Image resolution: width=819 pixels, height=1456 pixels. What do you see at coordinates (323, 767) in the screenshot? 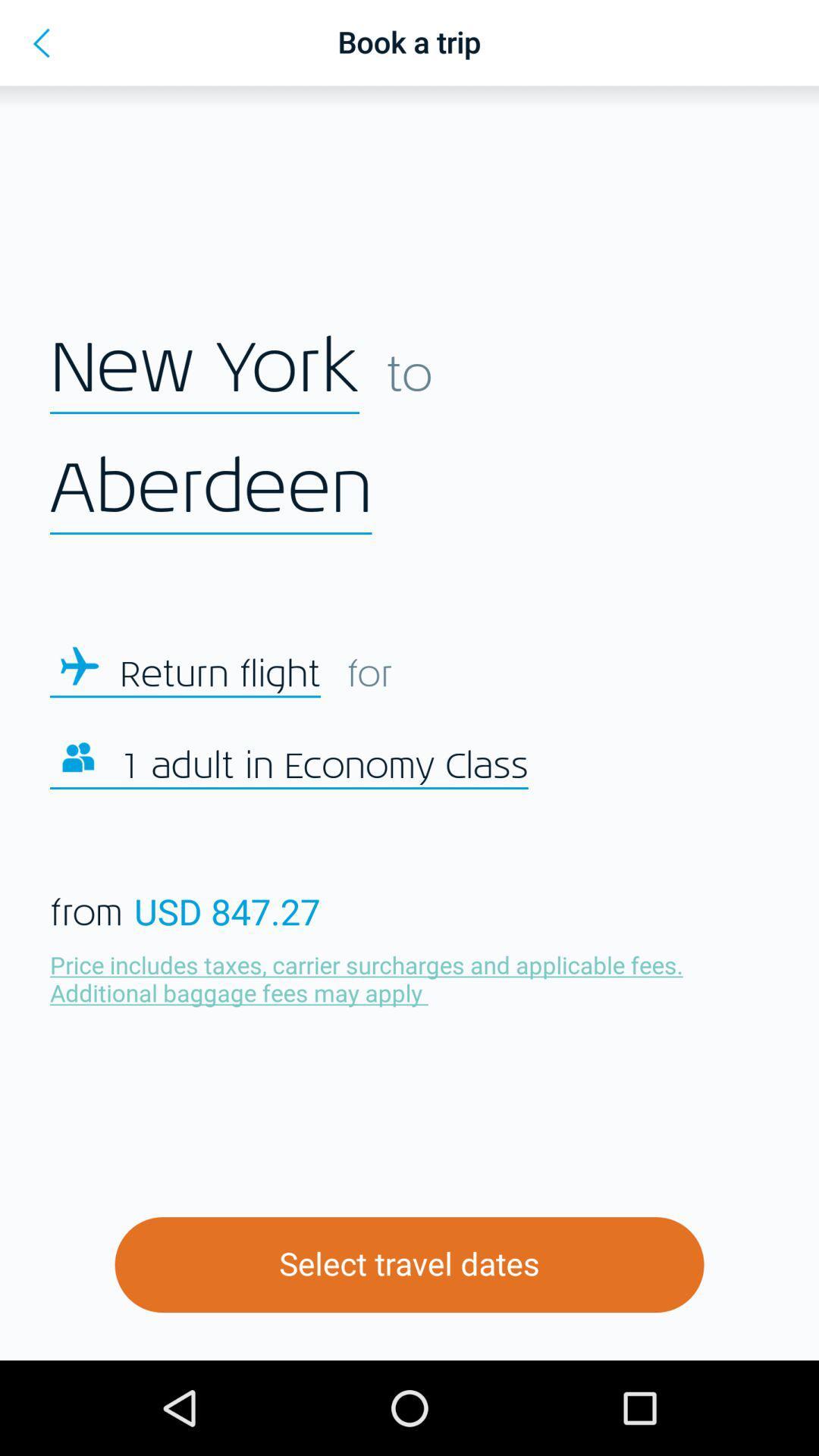
I see `item above from icon` at bounding box center [323, 767].